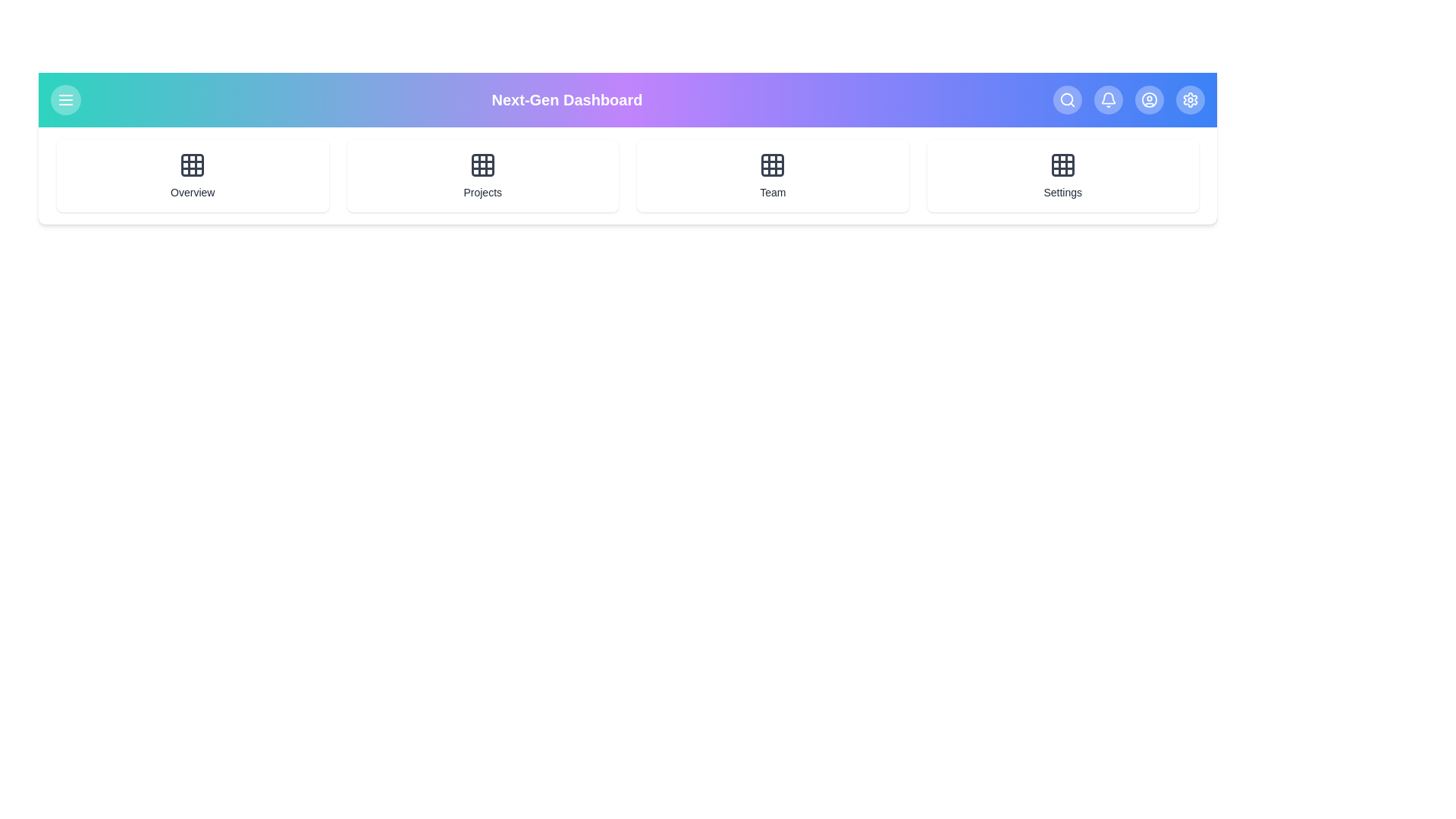 This screenshot has width=1456, height=819. I want to click on the grid item labeled Team to navigate to that section, so click(773, 174).